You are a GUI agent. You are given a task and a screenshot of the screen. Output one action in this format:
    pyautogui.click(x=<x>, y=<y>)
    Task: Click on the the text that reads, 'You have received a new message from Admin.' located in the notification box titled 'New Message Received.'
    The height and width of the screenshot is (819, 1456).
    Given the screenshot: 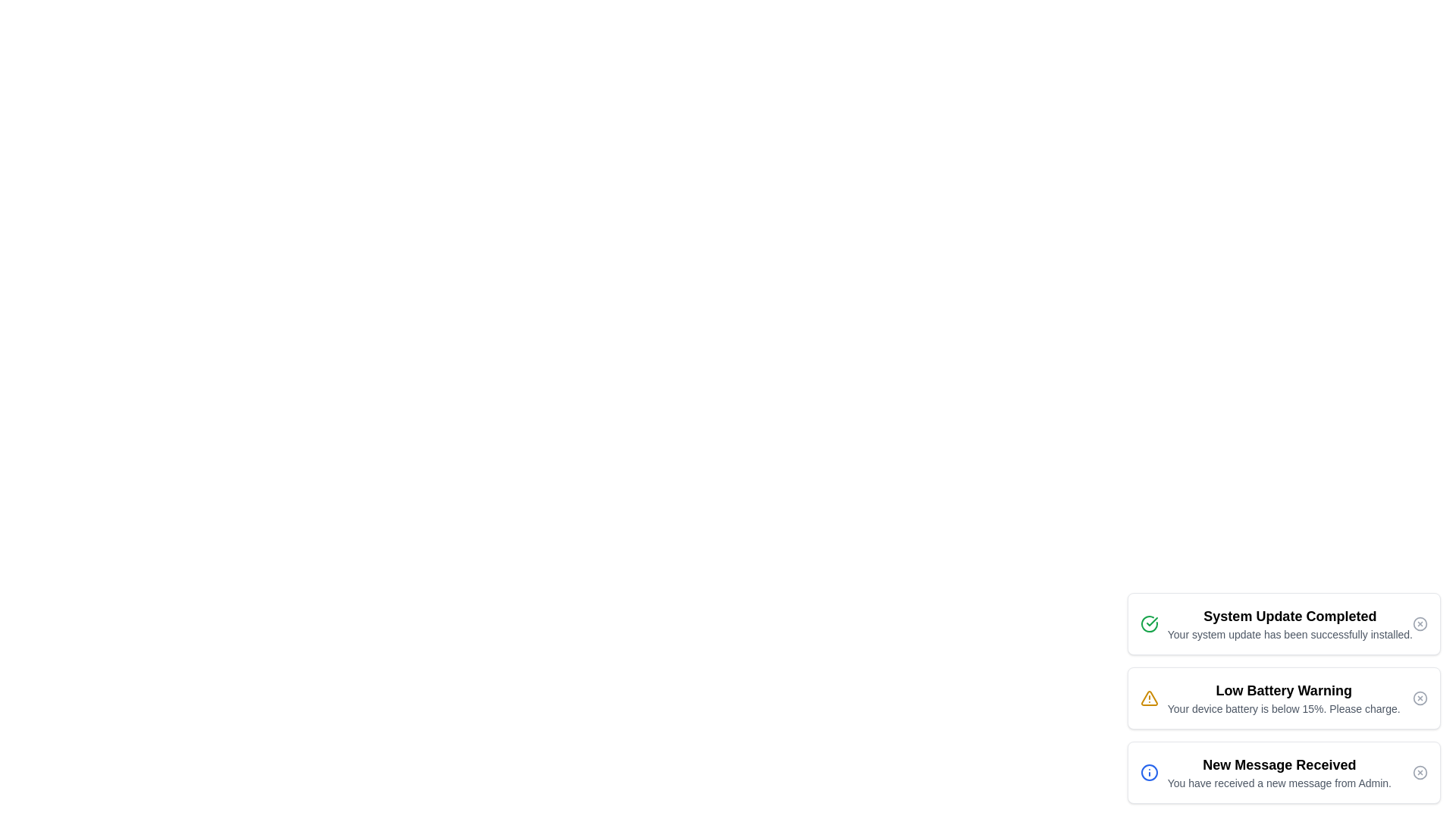 What is the action you would take?
    pyautogui.click(x=1279, y=783)
    